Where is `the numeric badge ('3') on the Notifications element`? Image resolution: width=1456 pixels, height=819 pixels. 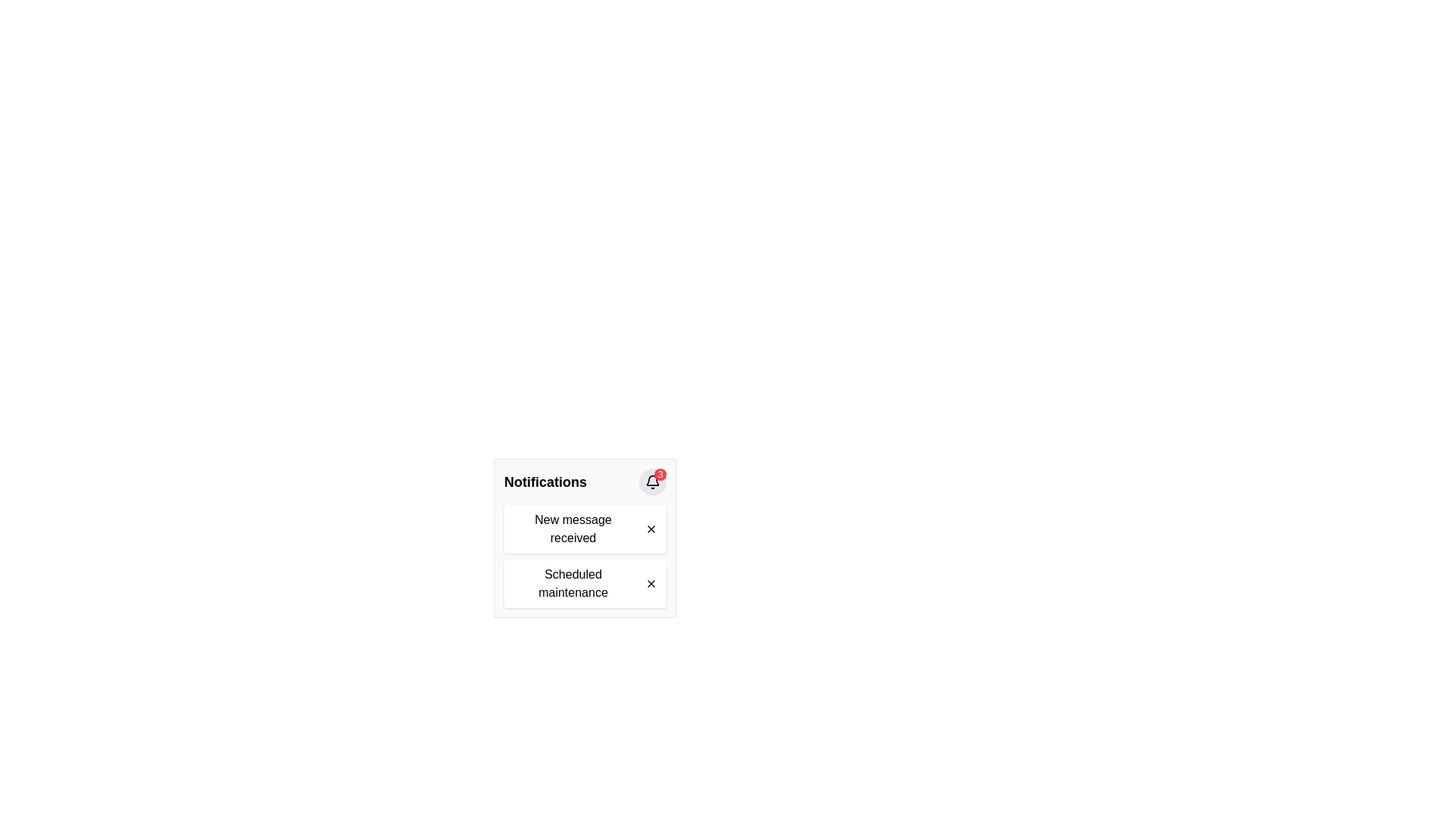
the numeric badge ('3') on the Notifications element is located at coordinates (585, 482).